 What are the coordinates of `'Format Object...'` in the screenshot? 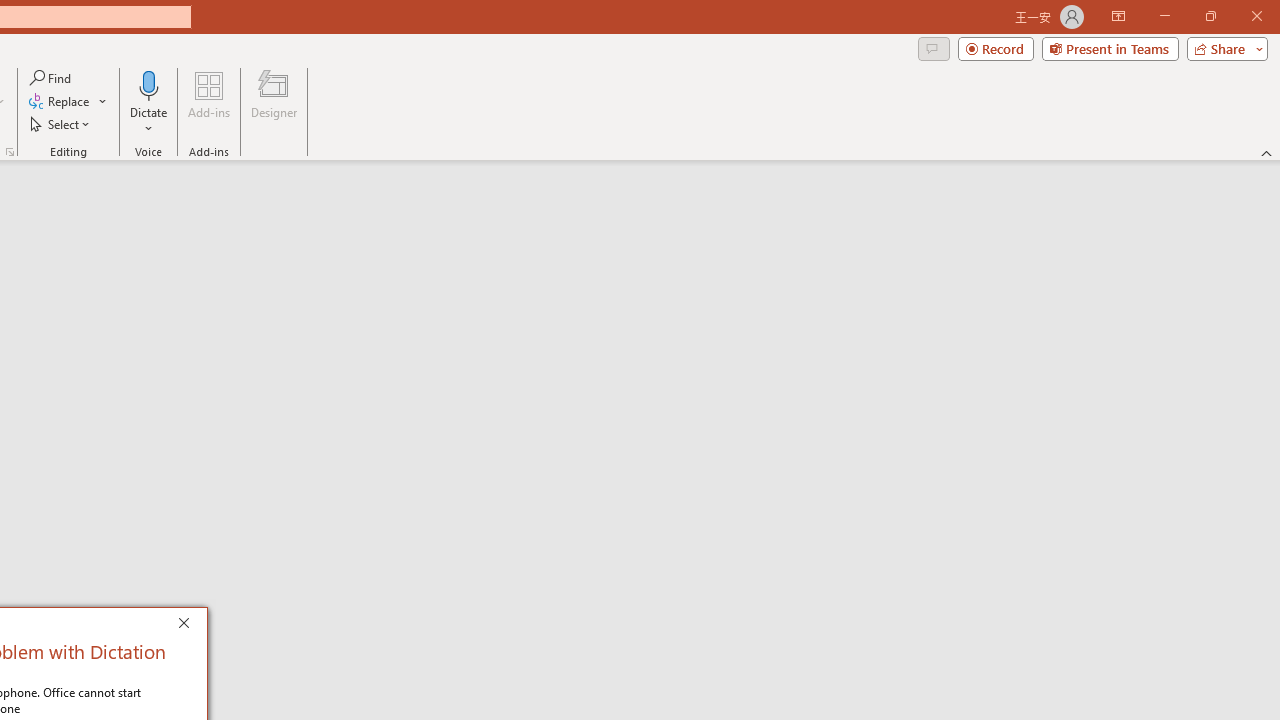 It's located at (10, 150).